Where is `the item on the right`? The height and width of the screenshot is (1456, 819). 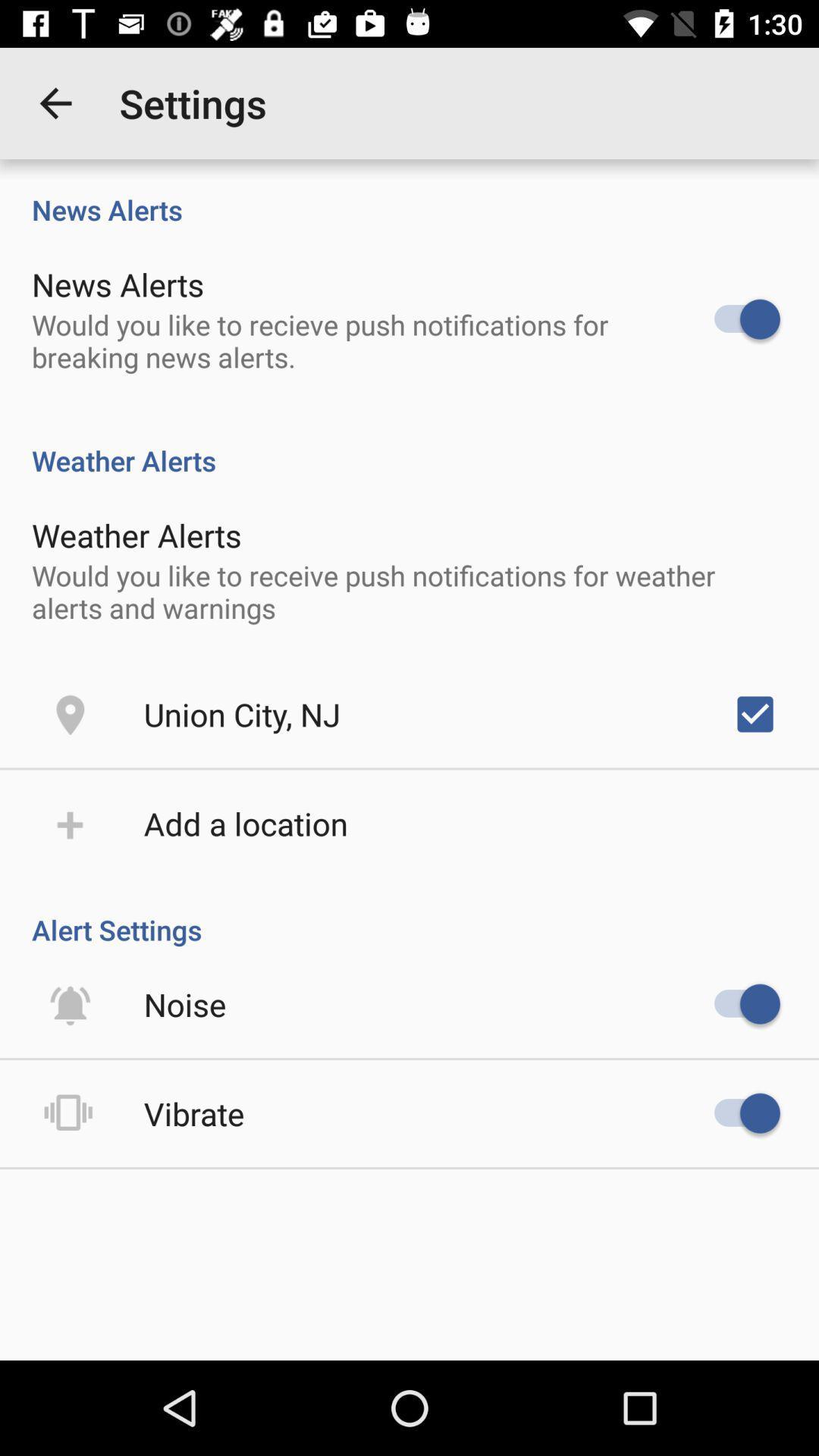
the item on the right is located at coordinates (755, 713).